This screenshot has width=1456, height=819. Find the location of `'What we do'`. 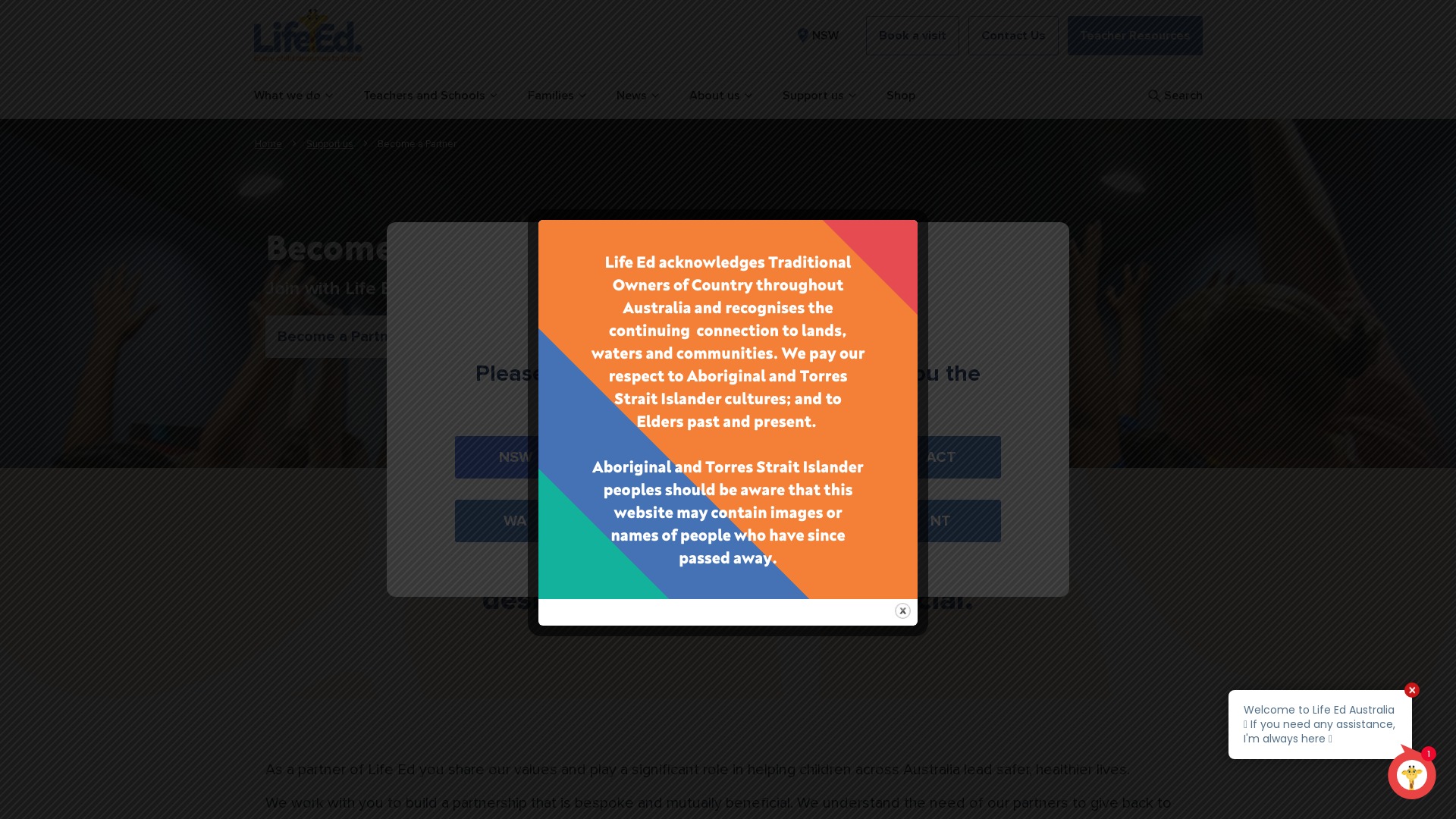

'What we do' is located at coordinates (292, 96).